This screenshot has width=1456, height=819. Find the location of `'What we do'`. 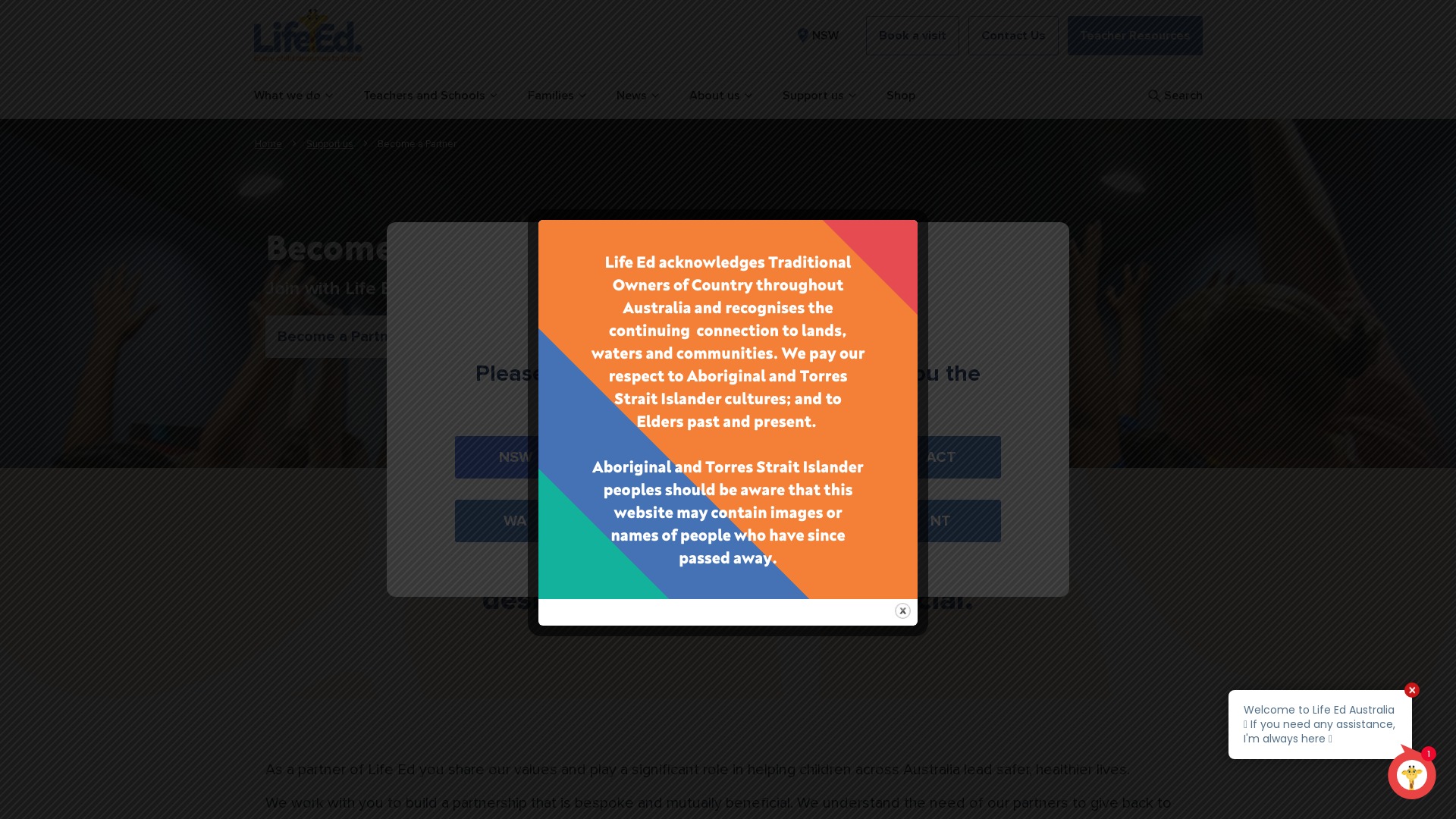

'What we do' is located at coordinates (292, 96).